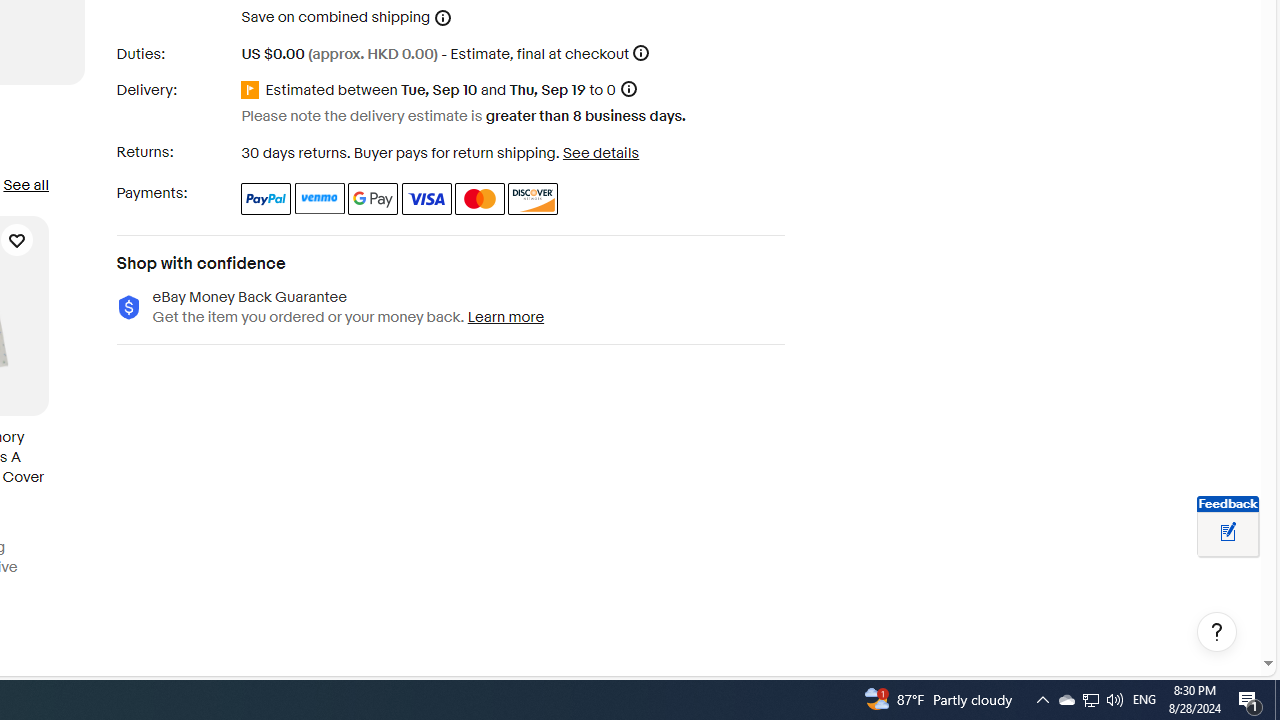  What do you see at coordinates (1227, 532) in the screenshot?
I see `'Leave feedback about your eBay ViewItem experience'` at bounding box center [1227, 532].